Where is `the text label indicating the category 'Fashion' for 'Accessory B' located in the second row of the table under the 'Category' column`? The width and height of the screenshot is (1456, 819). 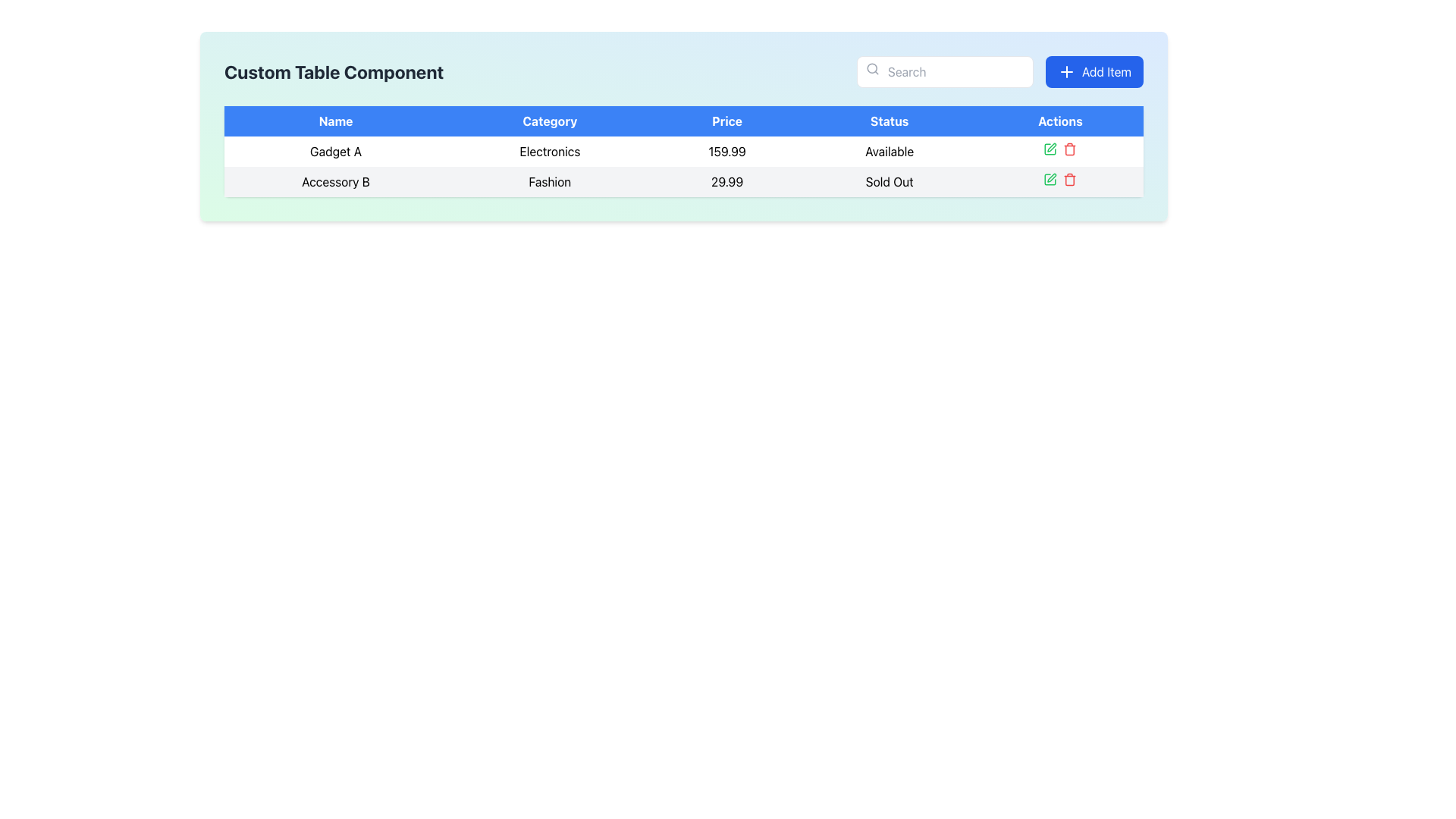 the text label indicating the category 'Fashion' for 'Accessory B' located in the second row of the table under the 'Category' column is located at coordinates (549, 180).